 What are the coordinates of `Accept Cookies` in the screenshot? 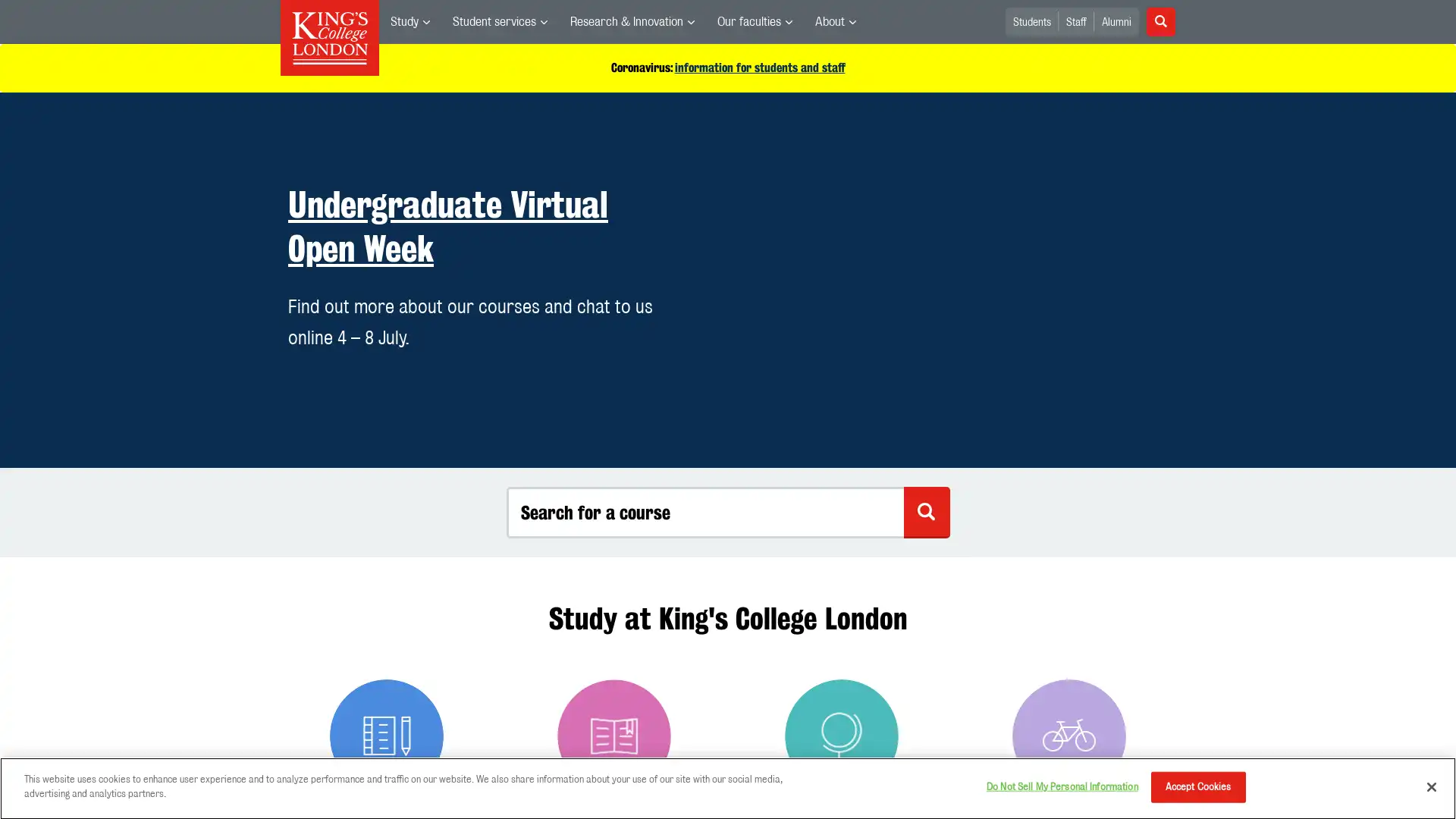 It's located at (1197, 786).